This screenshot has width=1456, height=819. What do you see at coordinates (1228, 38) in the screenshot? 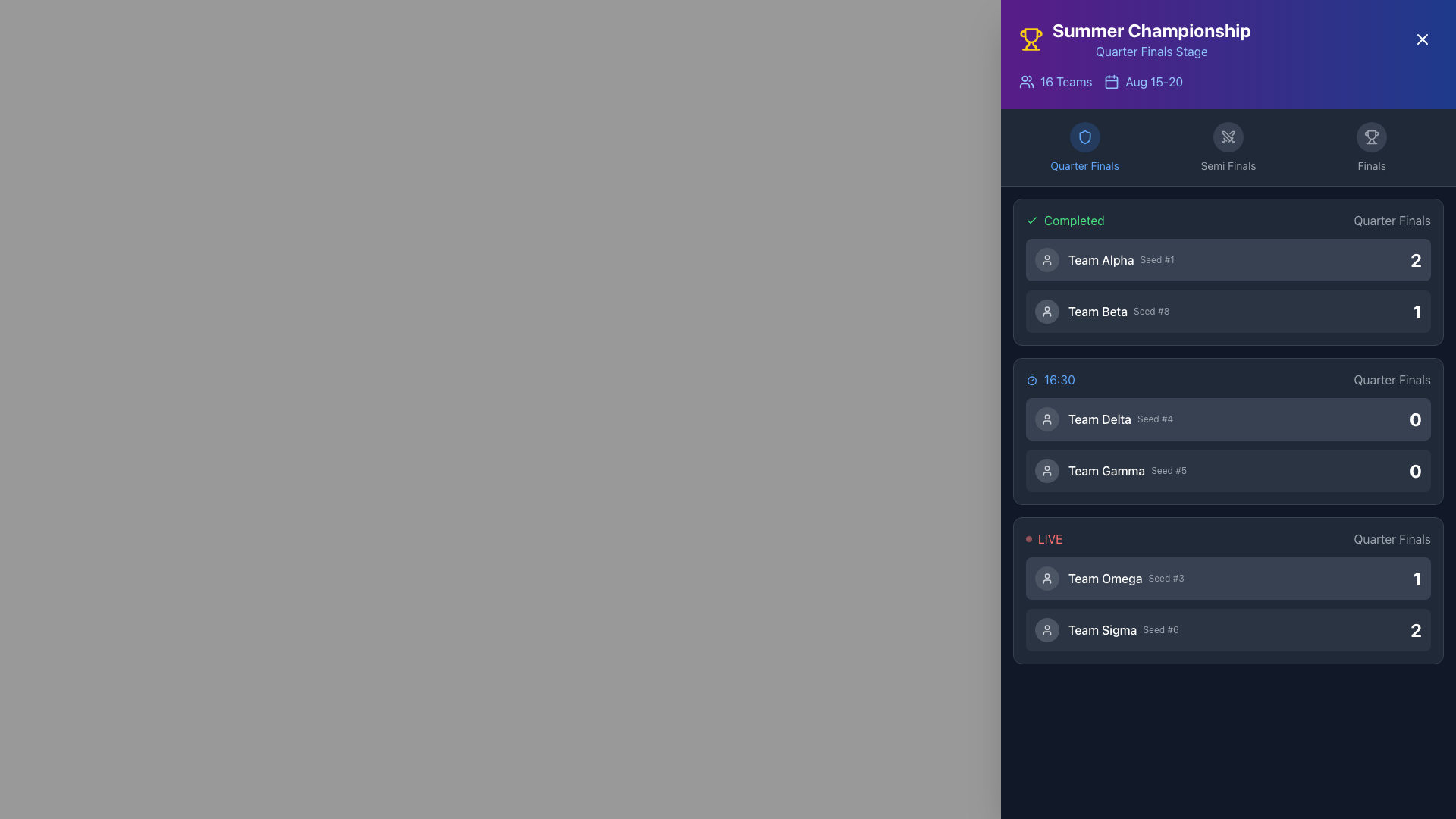
I see `text content of the header section located at the top of the panel, which provides a summary of the context or topic` at bounding box center [1228, 38].